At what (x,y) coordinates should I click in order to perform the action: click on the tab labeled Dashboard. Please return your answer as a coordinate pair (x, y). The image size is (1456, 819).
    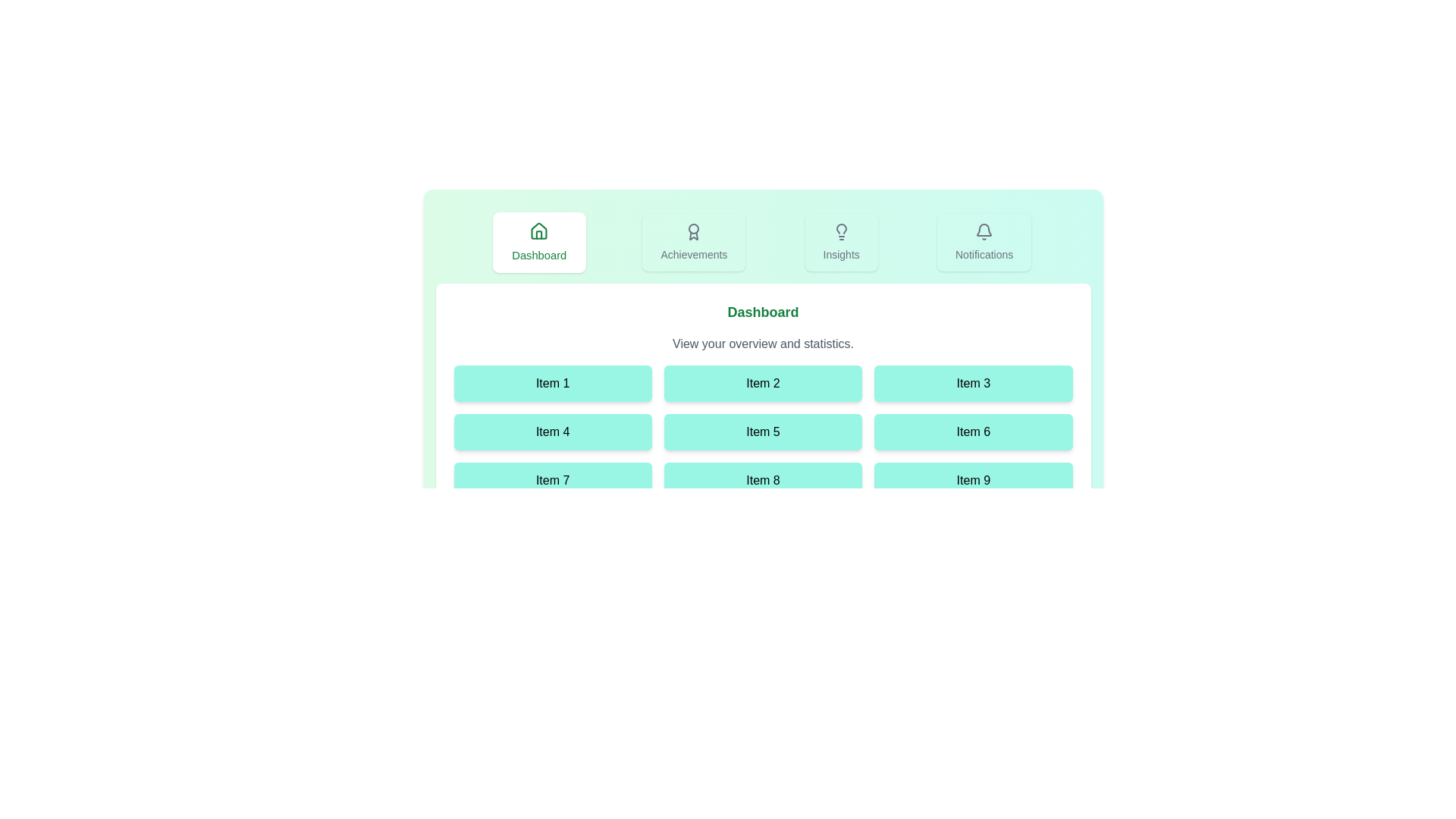
    Looking at the image, I should click on (538, 242).